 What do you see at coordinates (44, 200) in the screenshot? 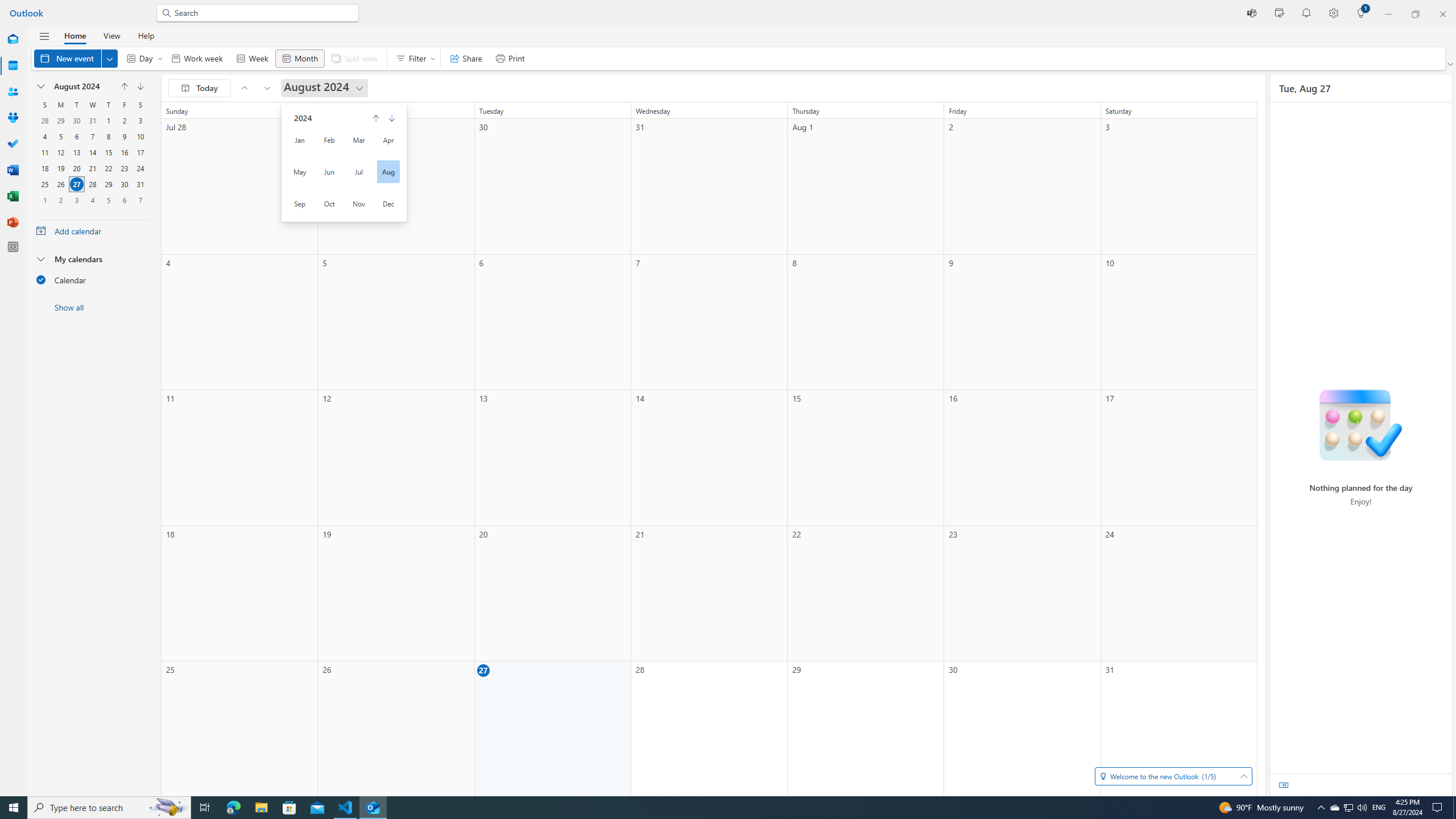
I see `'1, September, 2024'` at bounding box center [44, 200].